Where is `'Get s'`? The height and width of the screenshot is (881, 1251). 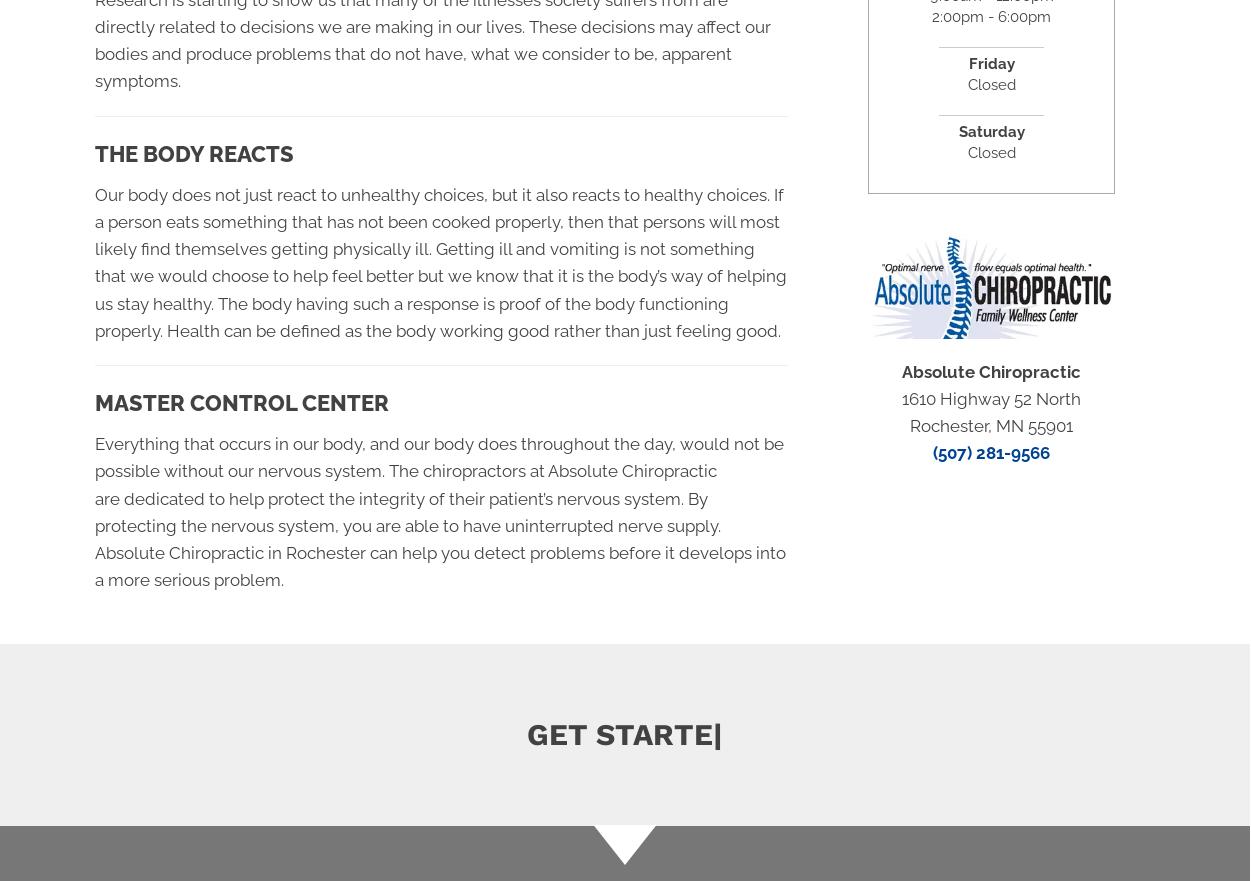 'Get s' is located at coordinates (619, 734).